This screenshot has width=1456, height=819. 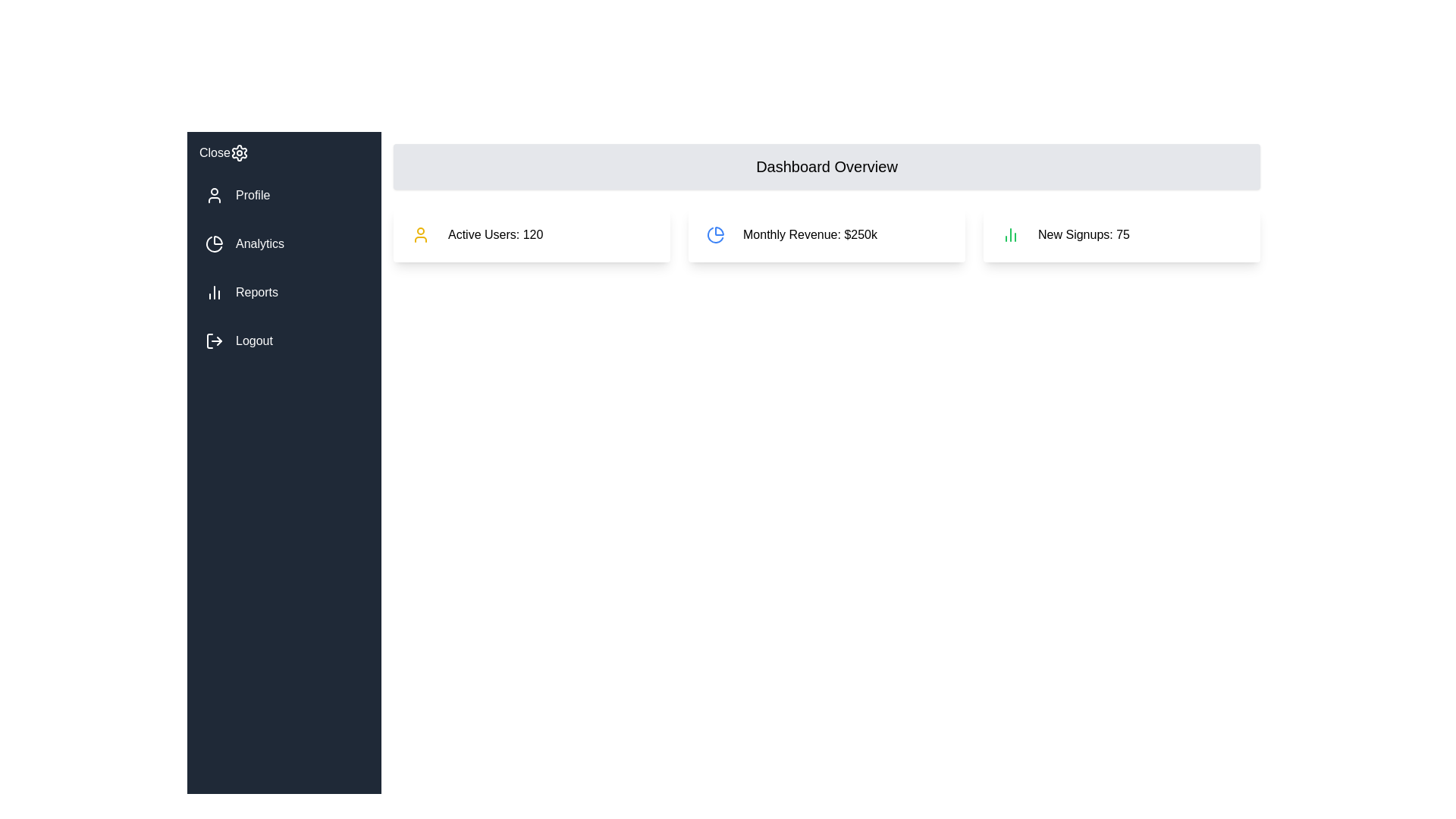 I want to click on the text label displaying the number of new signups (75) located in the Dashboard Overview section, specifically the third card on the right, next to the small green bar chart icon, so click(x=1083, y=234).